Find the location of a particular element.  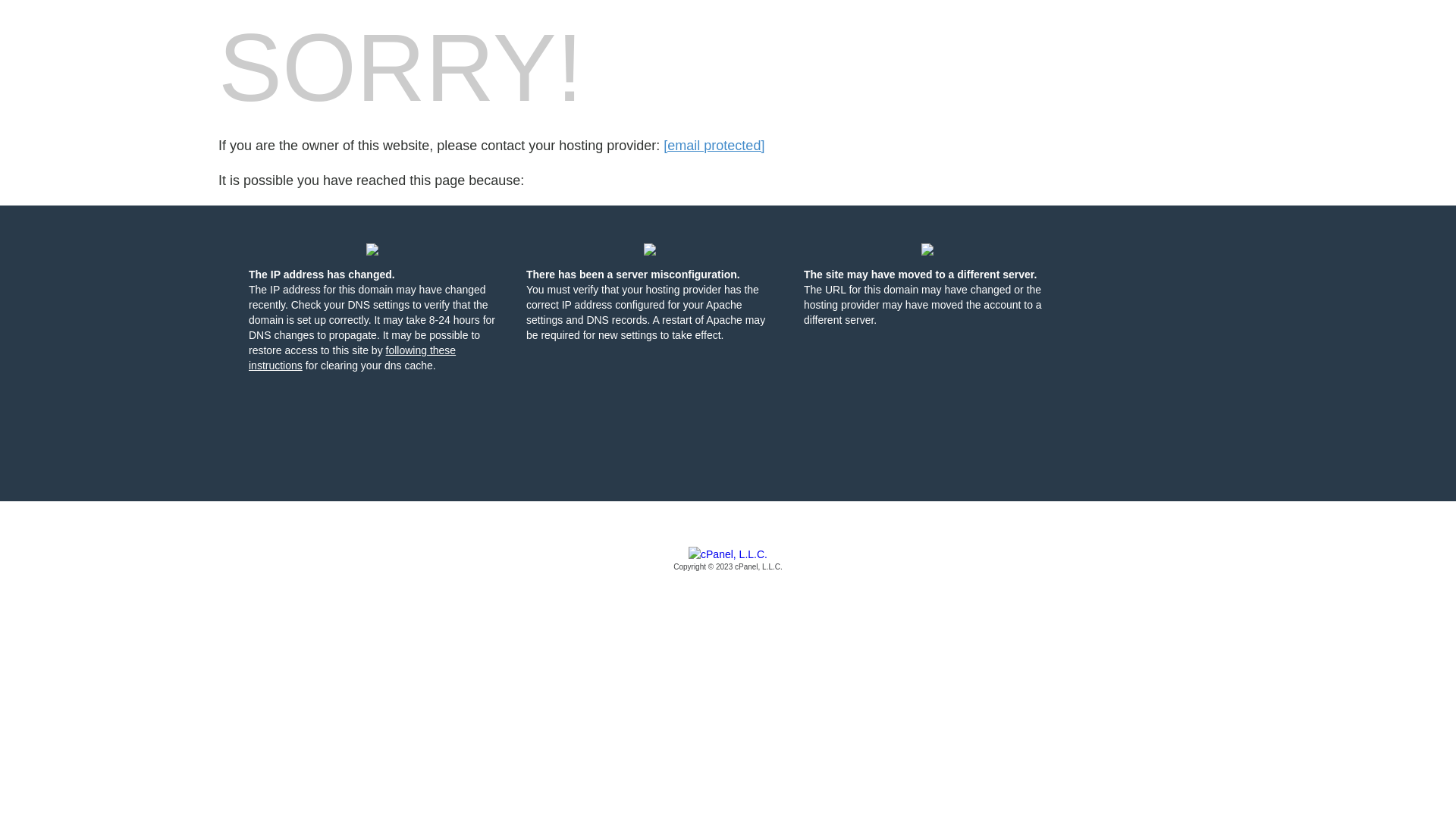

'[email protected]' is located at coordinates (713, 146).